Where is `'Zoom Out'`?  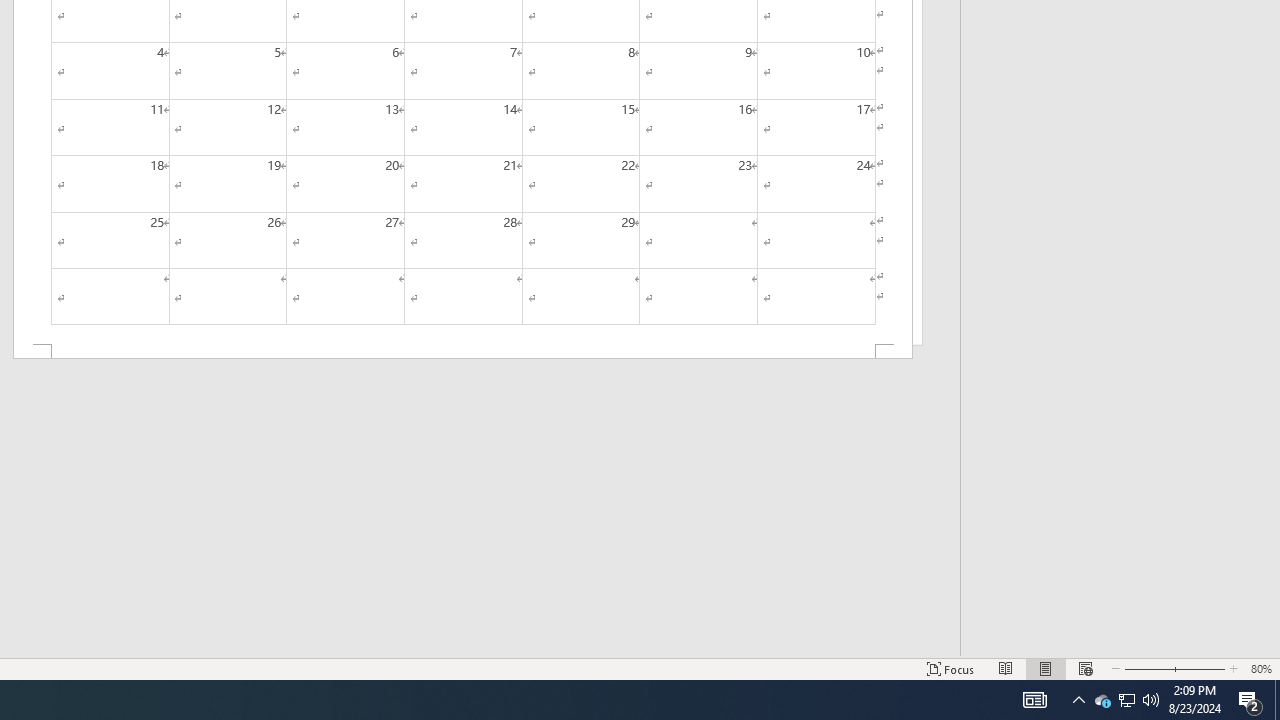 'Zoom Out' is located at coordinates (1143, 669).